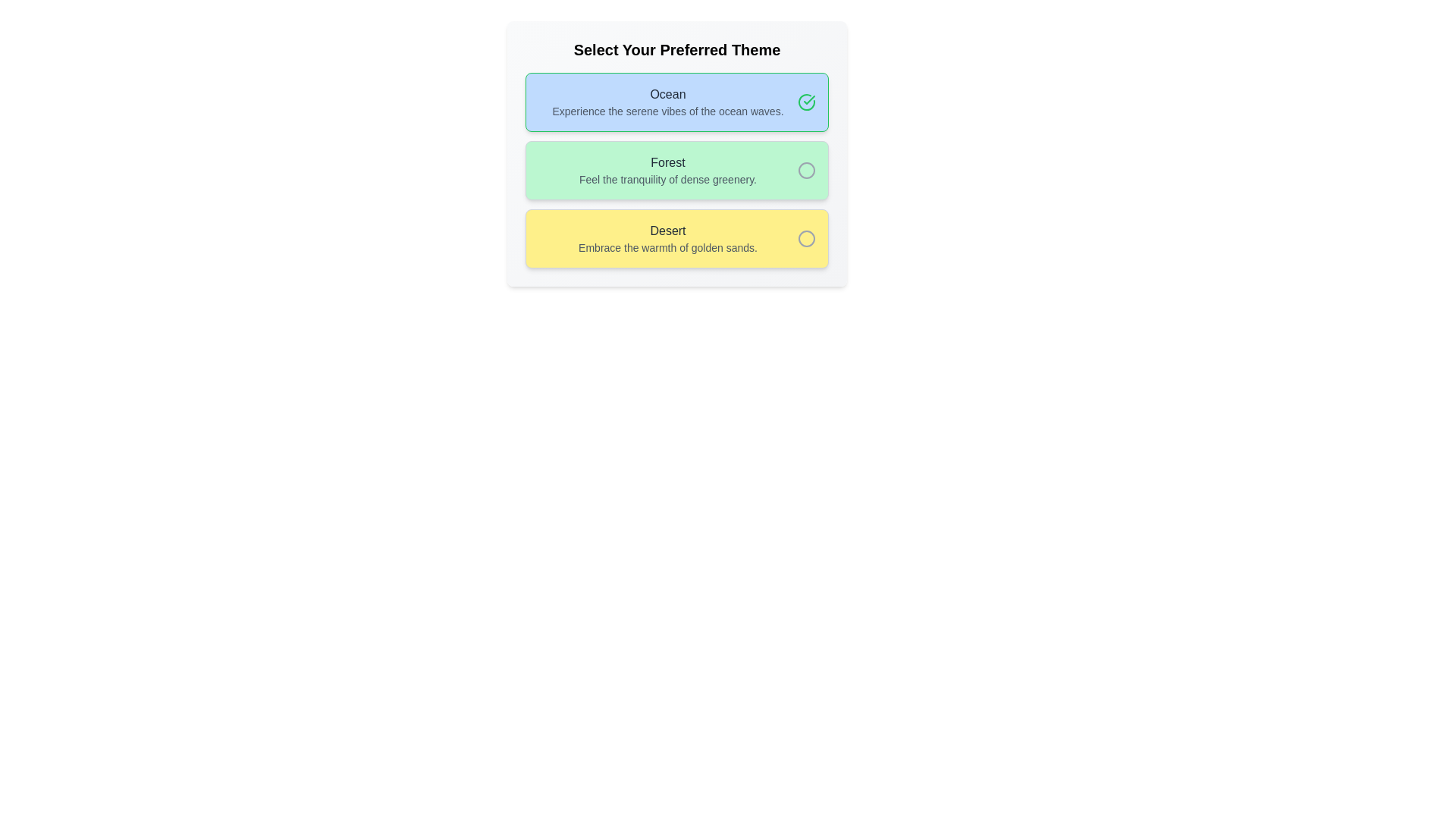 The image size is (1456, 819). I want to click on the descriptive subtitle text label for the theme option 'Forest', which is located in a light green option box, centered underneath the text 'Forest', so click(667, 178).